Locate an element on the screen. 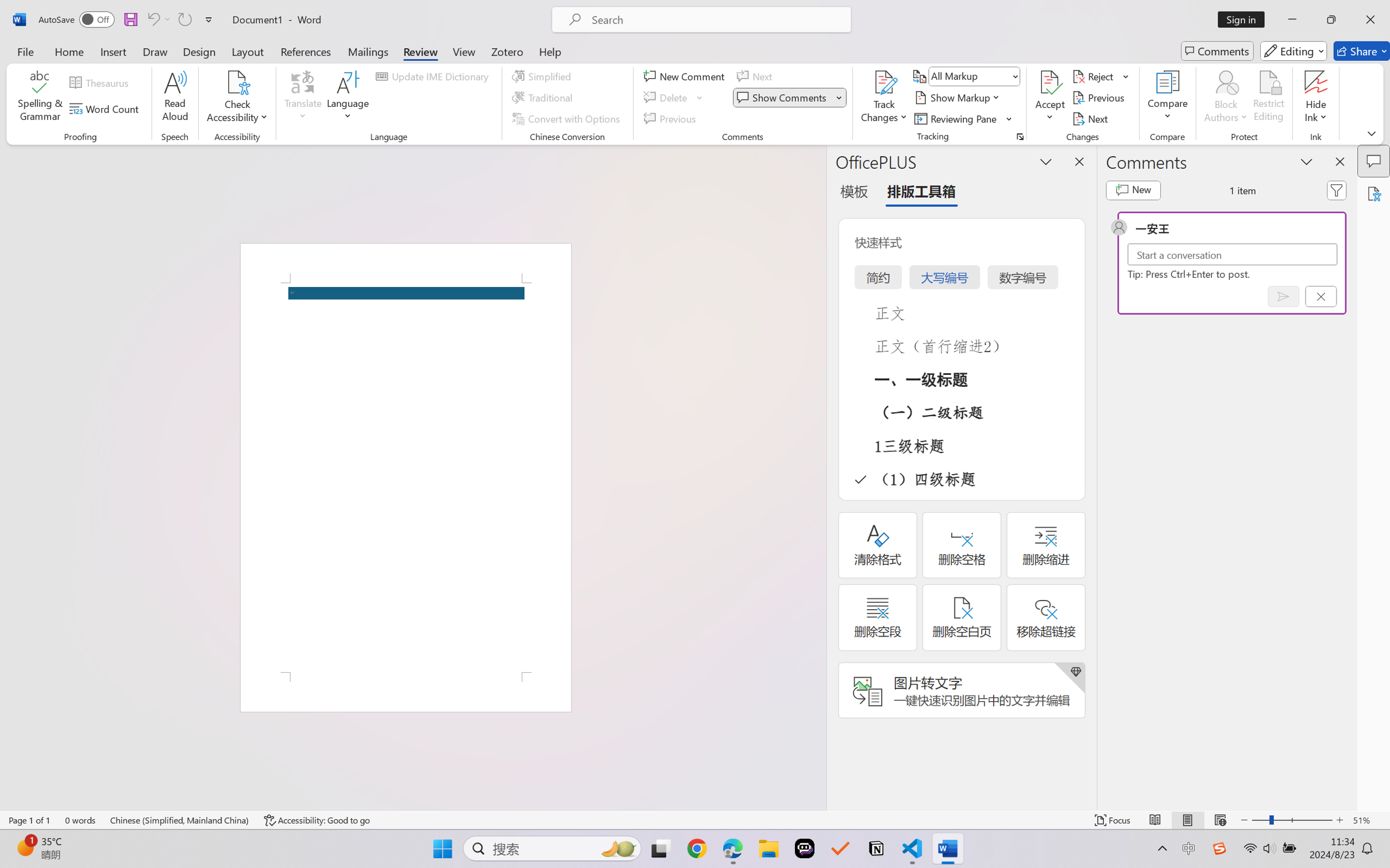 The width and height of the screenshot is (1390, 868). 'Reject' is located at coordinates (1101, 75).